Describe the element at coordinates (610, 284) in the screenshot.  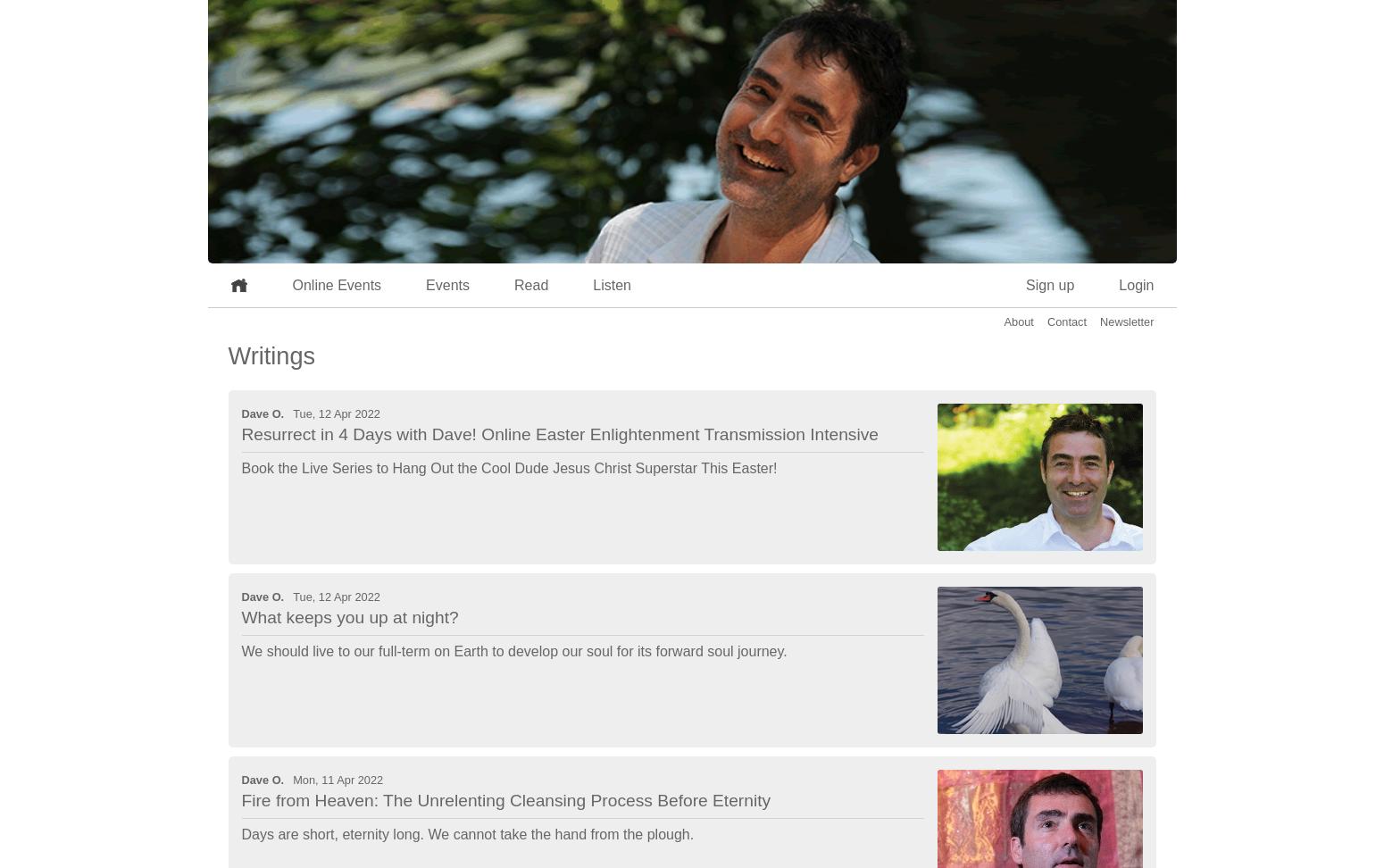
I see `'Listen'` at that location.